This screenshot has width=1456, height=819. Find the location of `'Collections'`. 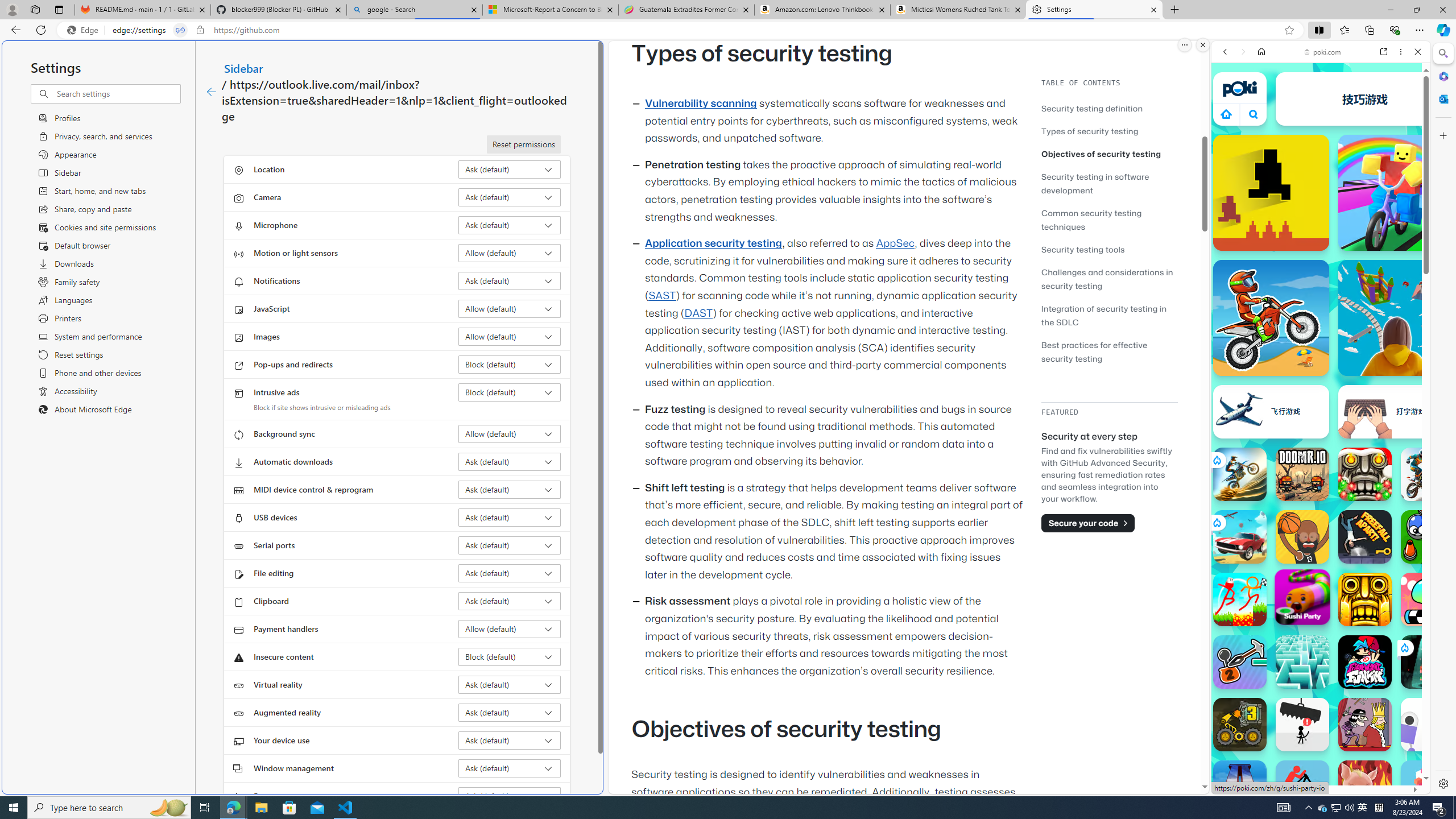

'Collections' is located at coordinates (1368, 29).